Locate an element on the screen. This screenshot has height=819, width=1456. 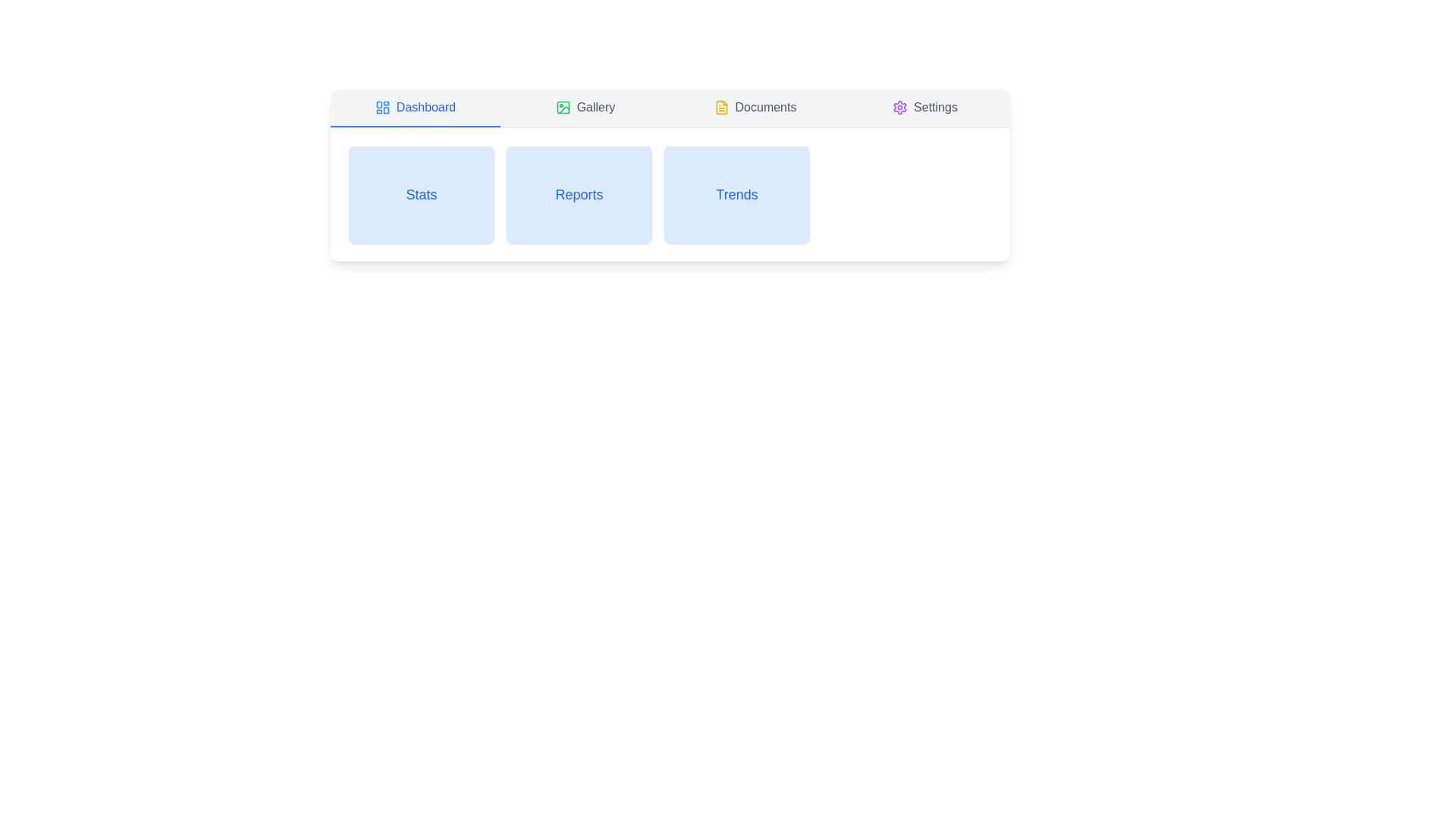
the blue-colored text label displaying 'Dashboard' in the navigation bar is located at coordinates (425, 107).